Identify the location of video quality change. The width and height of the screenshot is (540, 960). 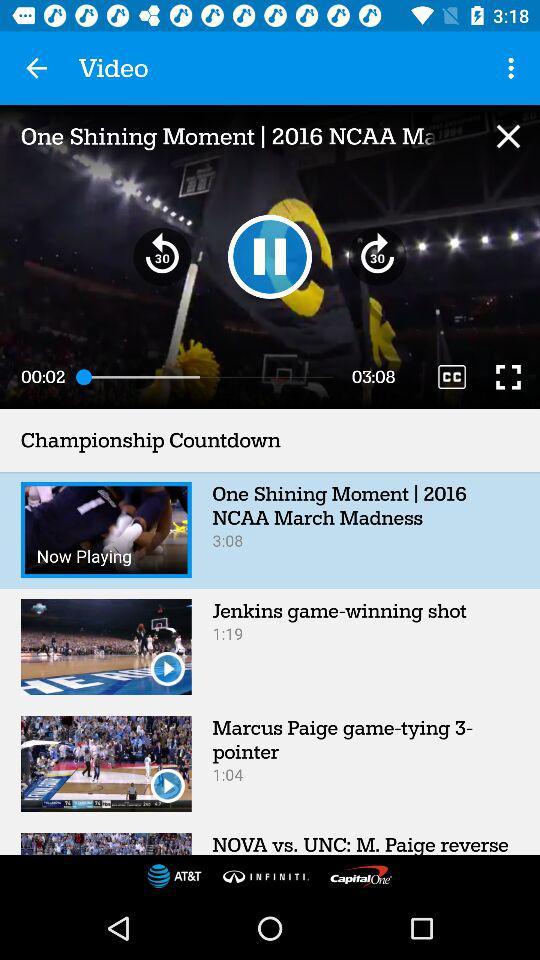
(452, 376).